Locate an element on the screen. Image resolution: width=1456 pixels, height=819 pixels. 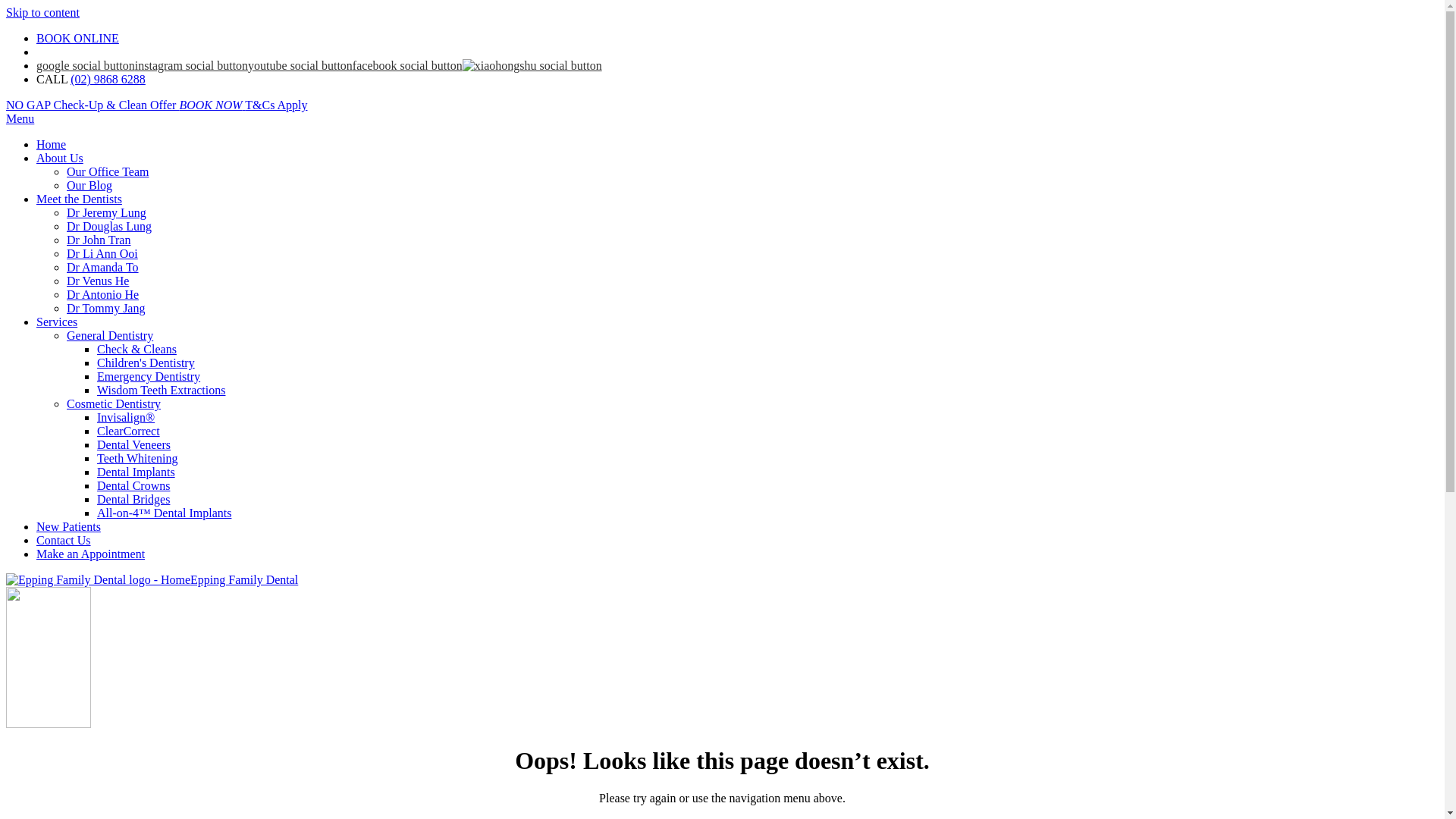
'Dr Tommy Jang' is located at coordinates (65, 307).